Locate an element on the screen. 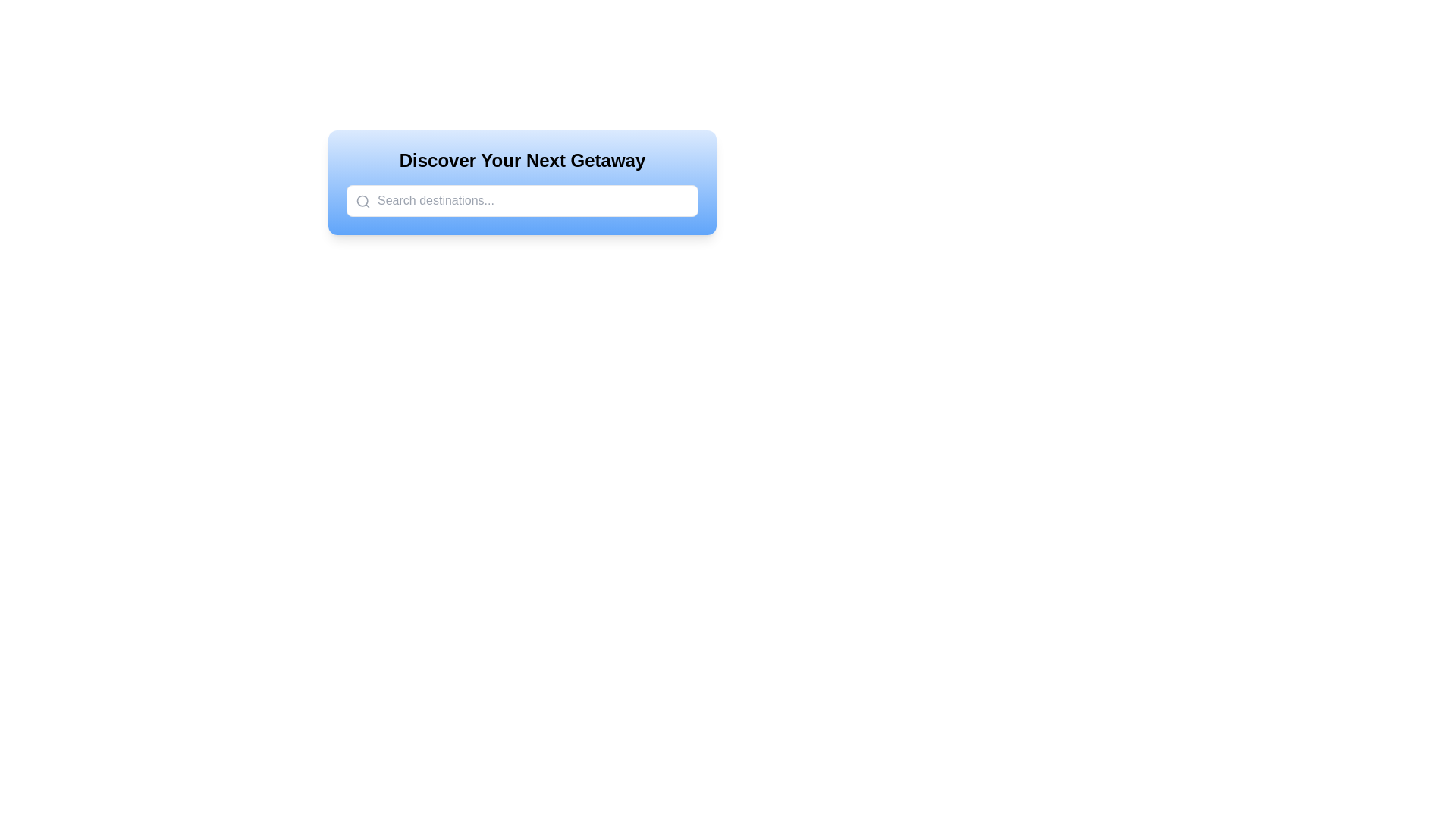  the magnifying glass icon located to the far left inside the text input box below the 'Discover Your Next Getaway' header is located at coordinates (362, 201).